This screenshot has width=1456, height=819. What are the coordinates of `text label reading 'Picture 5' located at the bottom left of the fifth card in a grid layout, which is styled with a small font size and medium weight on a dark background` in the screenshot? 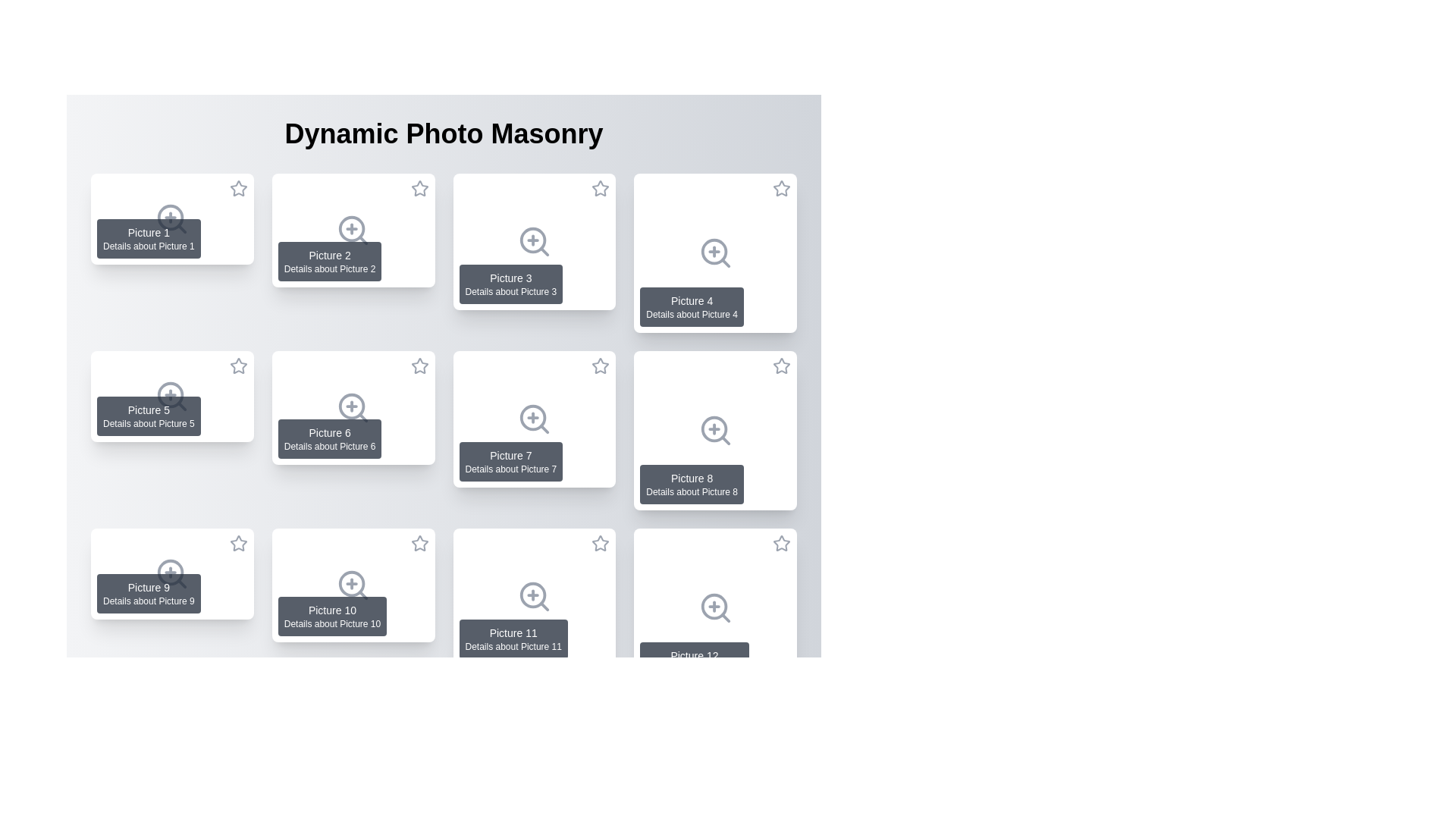 It's located at (149, 409).